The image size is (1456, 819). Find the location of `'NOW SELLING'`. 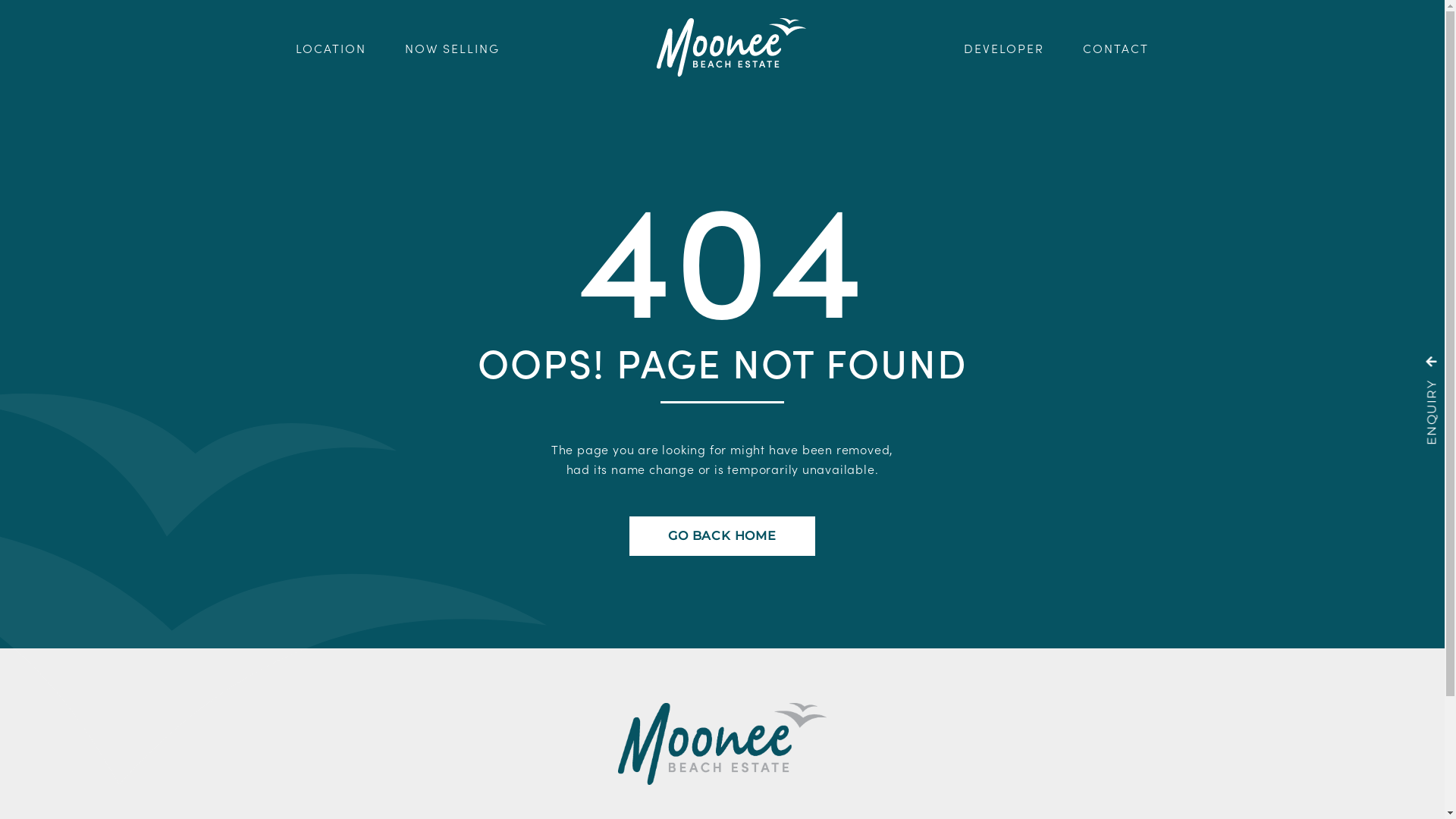

'NOW SELLING' is located at coordinates (451, 45).